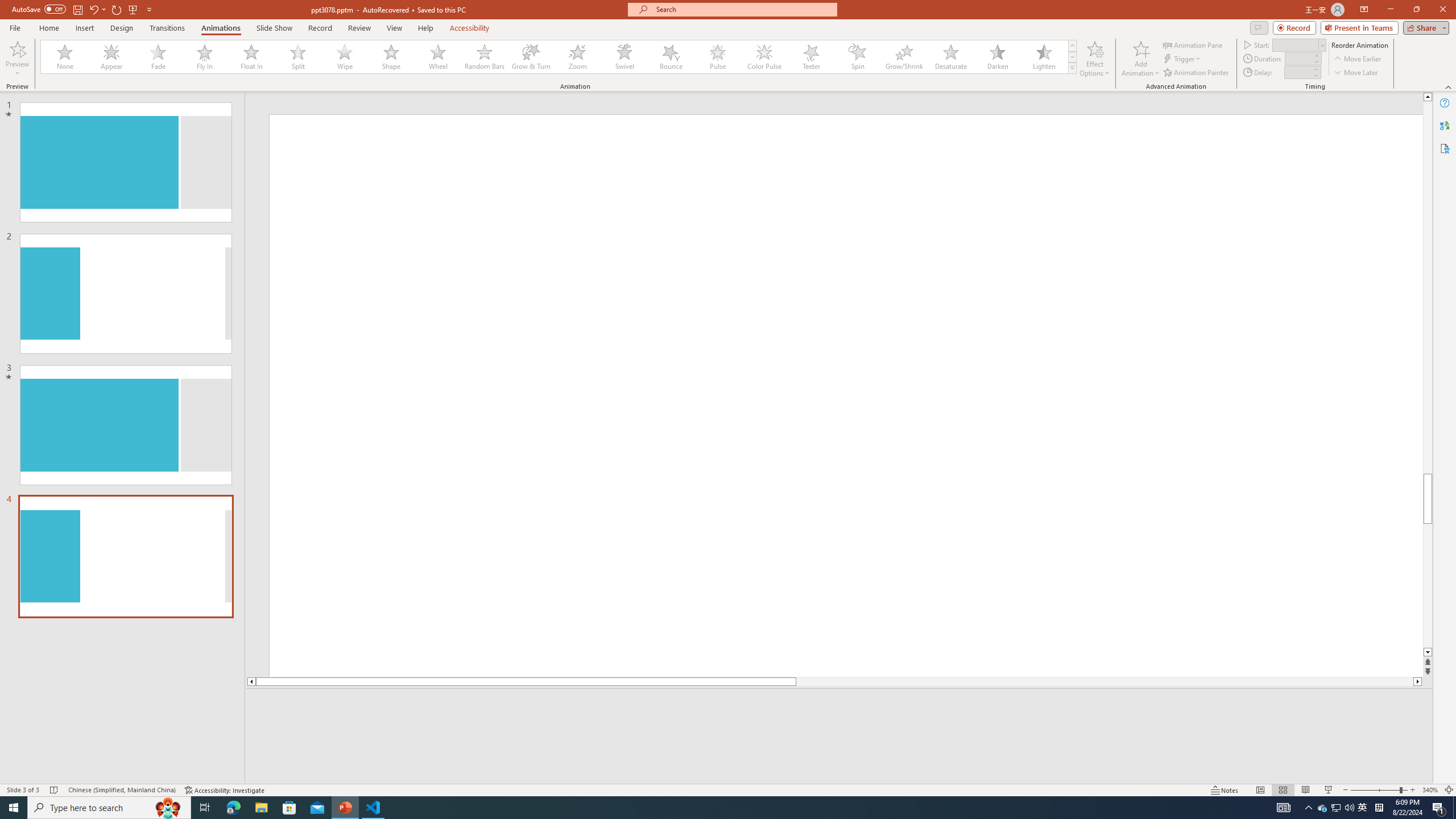  Describe the element at coordinates (1430, 790) in the screenshot. I see `'Zoom 340%'` at that location.